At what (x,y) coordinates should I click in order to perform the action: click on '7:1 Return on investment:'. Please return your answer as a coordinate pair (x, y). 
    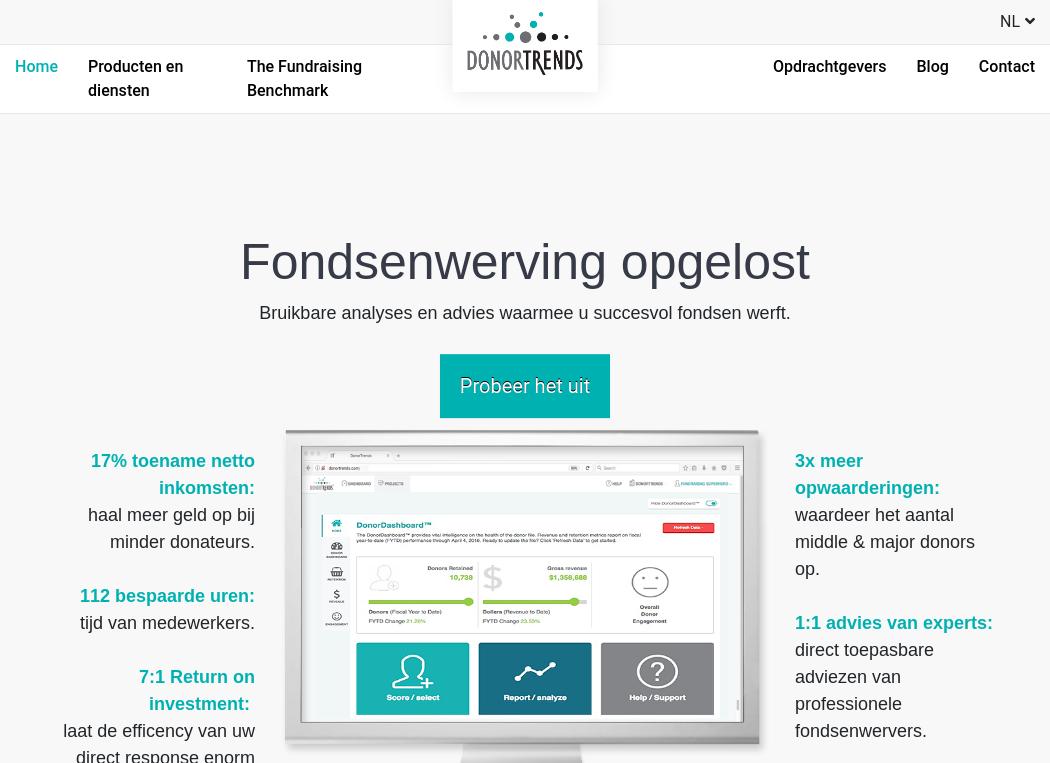
    Looking at the image, I should click on (136, 689).